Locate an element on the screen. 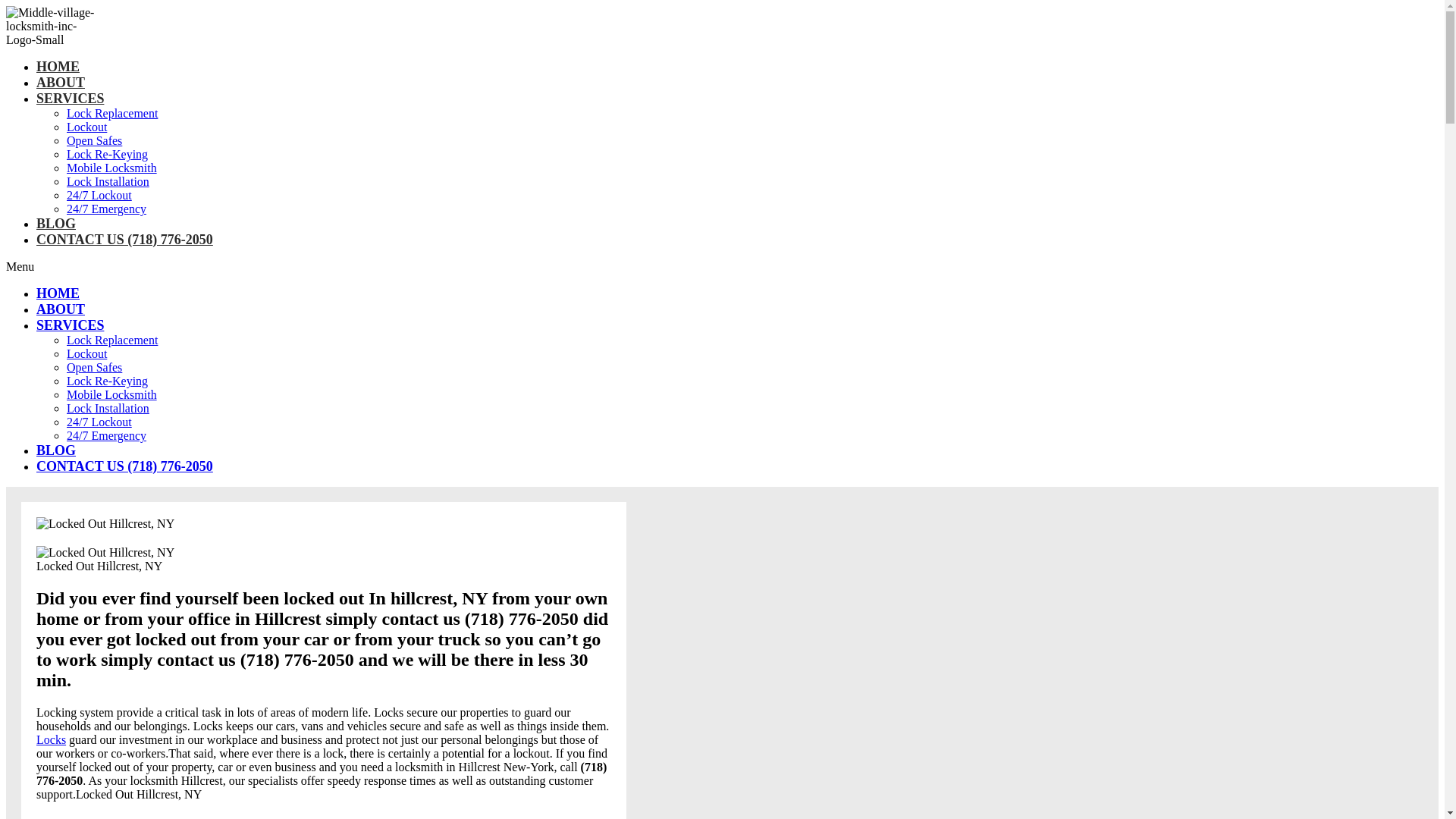 This screenshot has width=1456, height=819. 'Lock Replacement' is located at coordinates (65, 339).